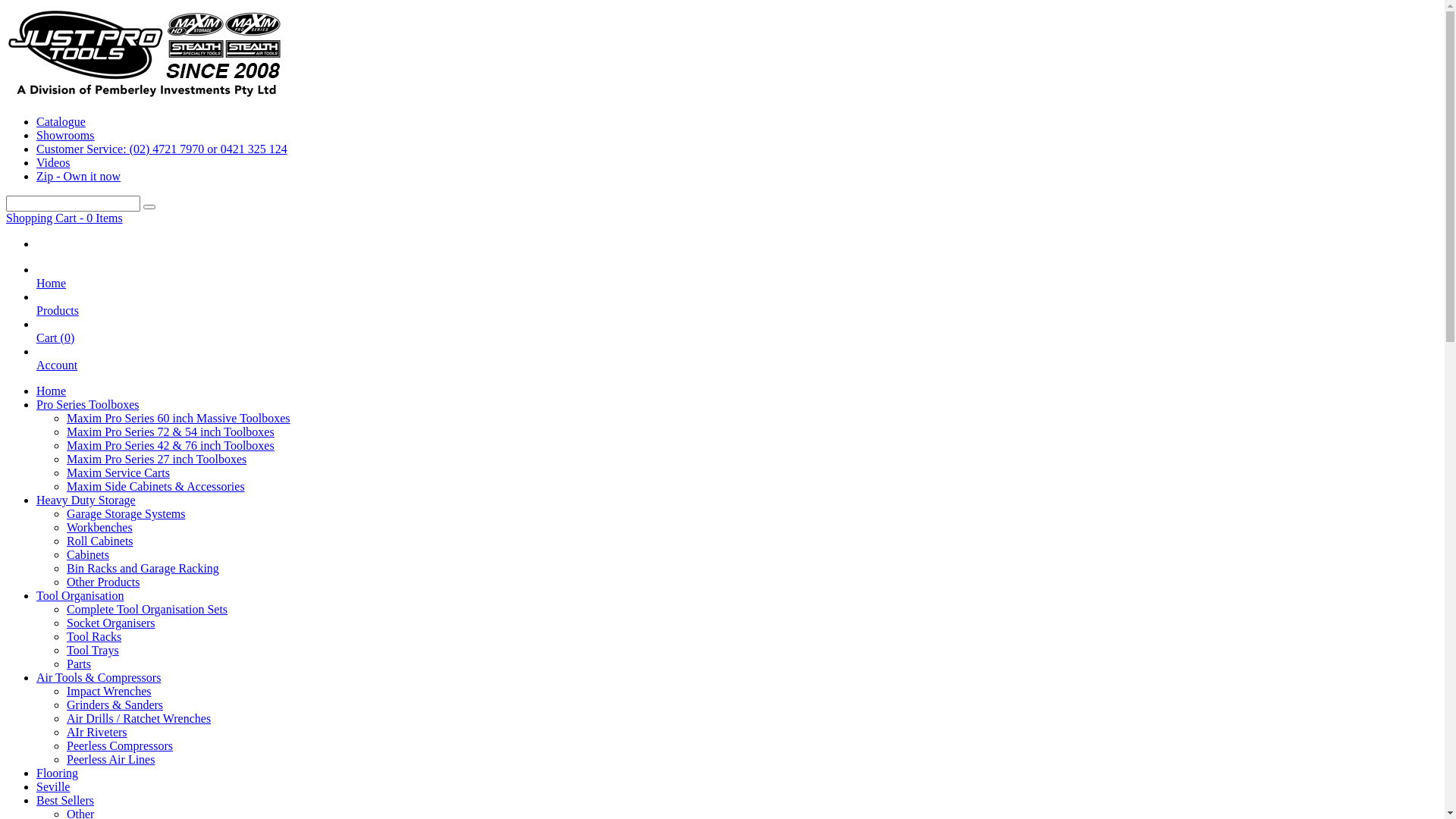 The height and width of the screenshot is (819, 1456). What do you see at coordinates (57, 372) in the screenshot?
I see `'Account'` at bounding box center [57, 372].